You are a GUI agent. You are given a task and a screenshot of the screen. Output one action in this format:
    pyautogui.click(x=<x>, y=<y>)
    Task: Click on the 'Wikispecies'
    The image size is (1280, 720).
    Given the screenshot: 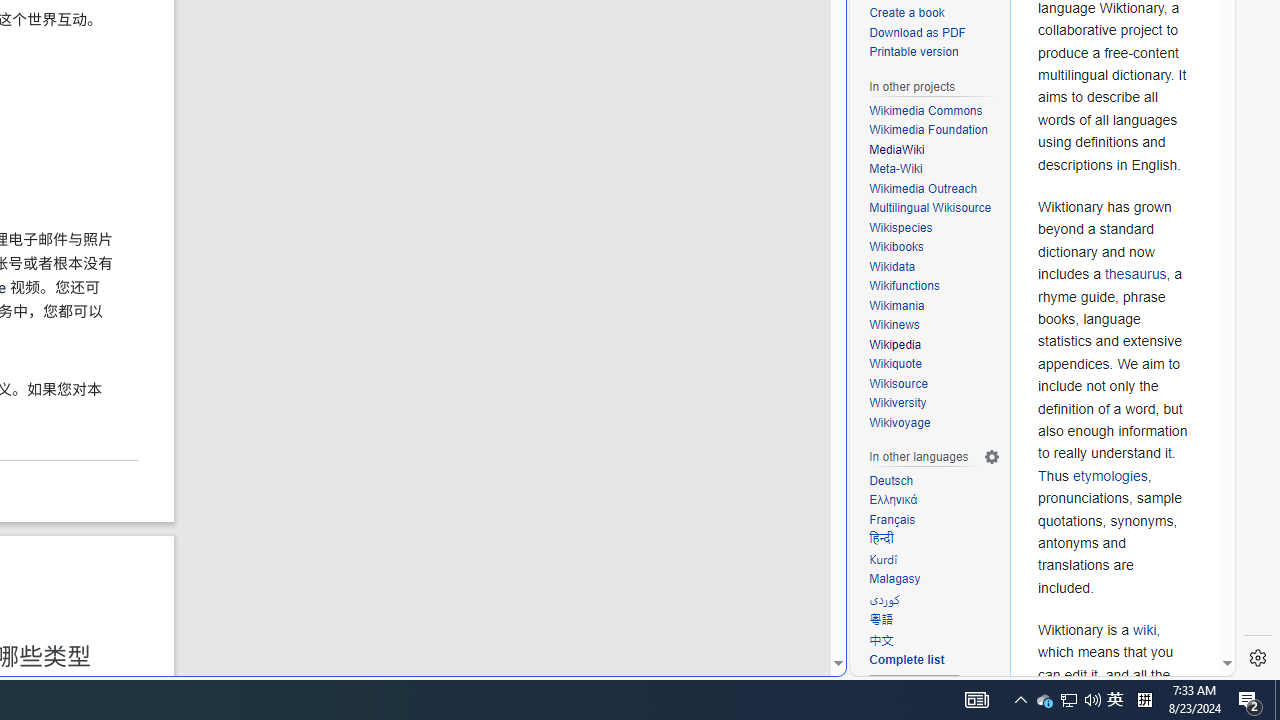 What is the action you would take?
    pyautogui.click(x=934, y=227)
    